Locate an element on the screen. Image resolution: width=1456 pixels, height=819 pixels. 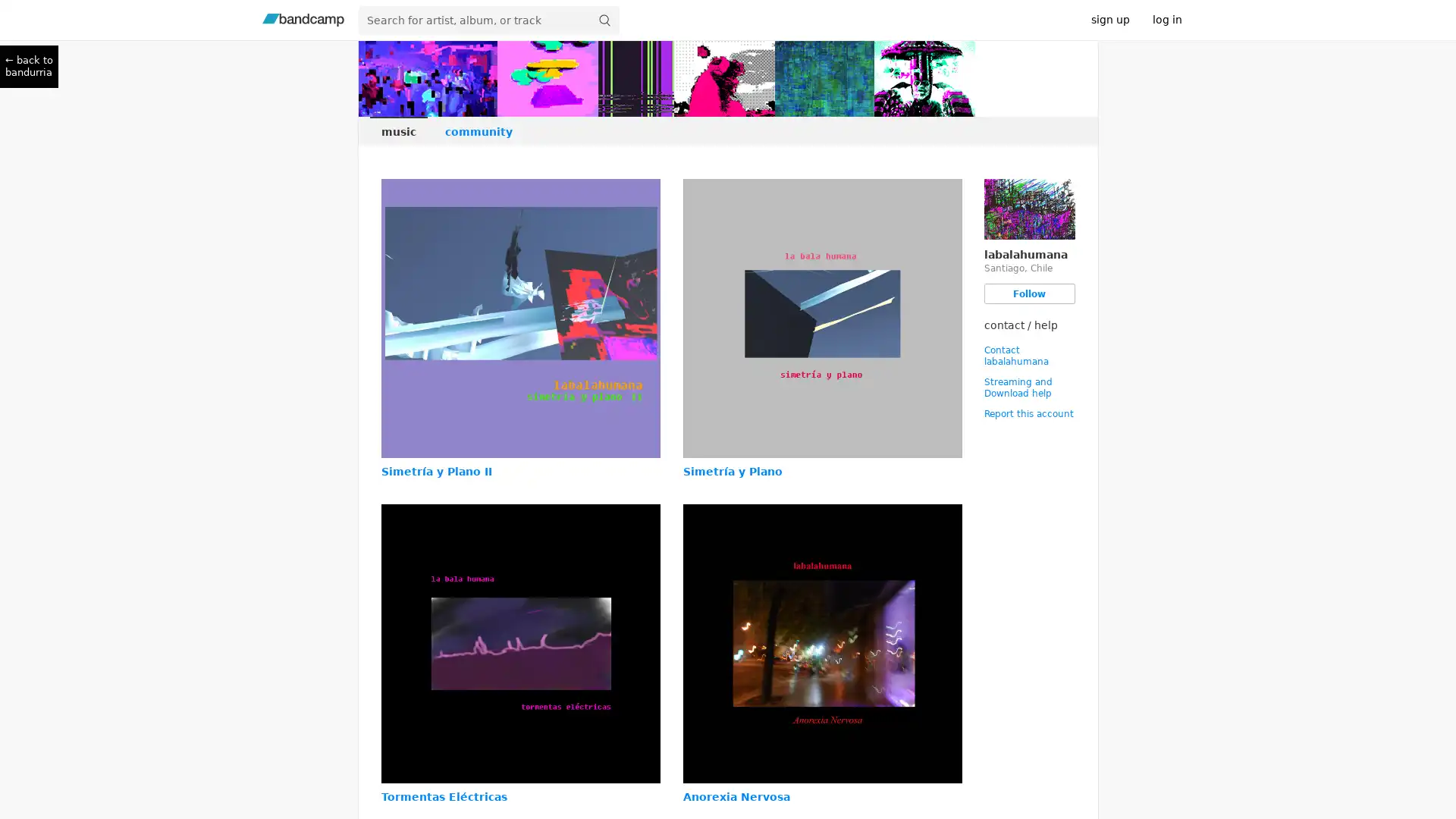
Follow is located at coordinates (1029, 293).